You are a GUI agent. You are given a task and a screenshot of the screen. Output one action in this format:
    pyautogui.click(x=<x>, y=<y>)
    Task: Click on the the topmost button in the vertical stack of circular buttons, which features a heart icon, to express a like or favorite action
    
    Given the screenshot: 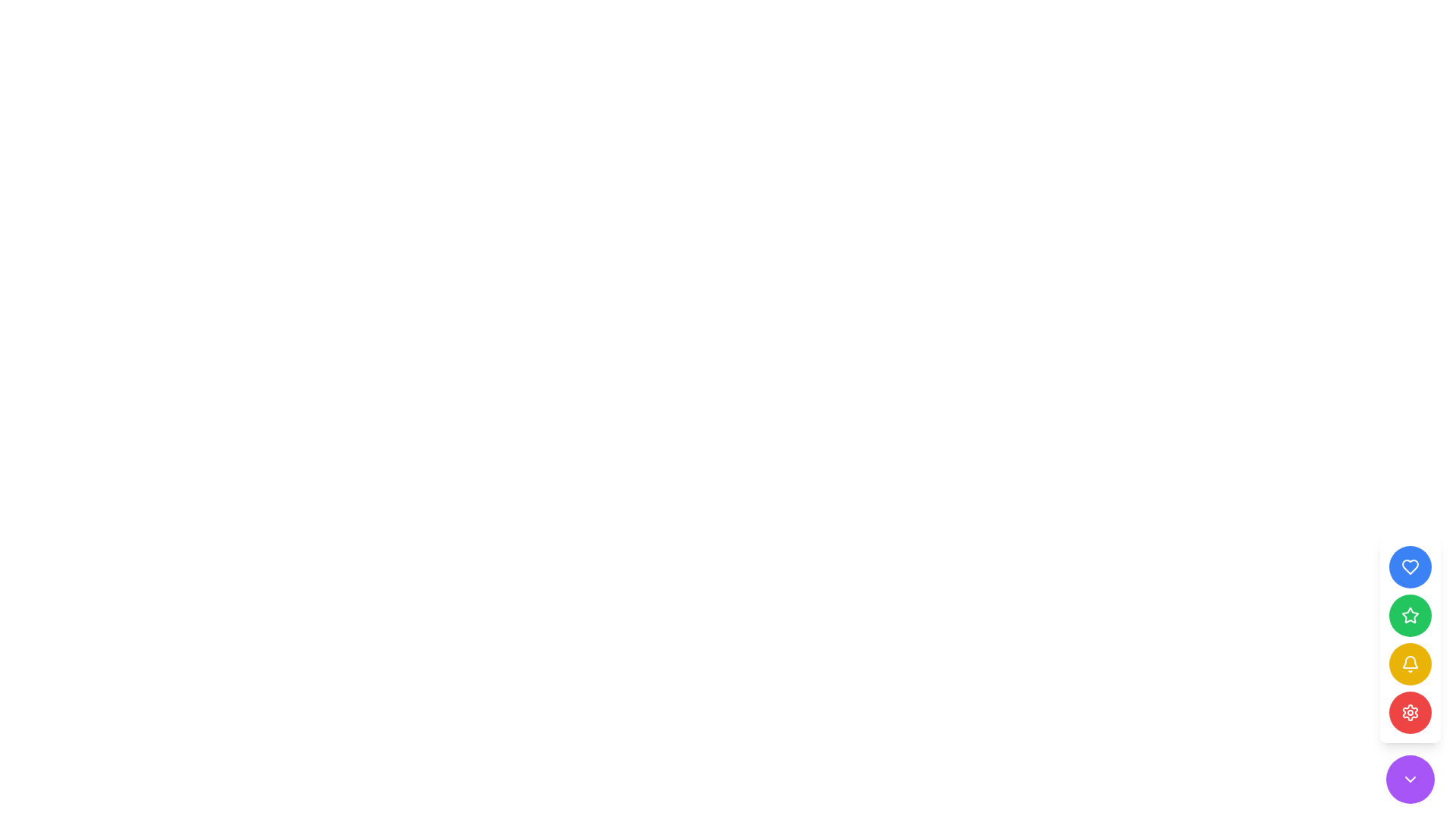 What is the action you would take?
    pyautogui.click(x=1410, y=567)
    